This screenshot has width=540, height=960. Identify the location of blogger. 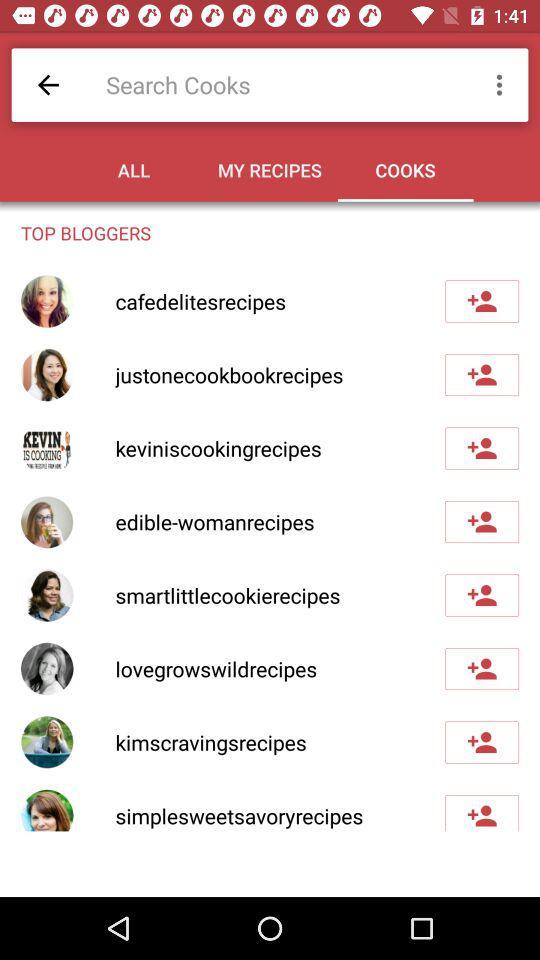
(481, 373).